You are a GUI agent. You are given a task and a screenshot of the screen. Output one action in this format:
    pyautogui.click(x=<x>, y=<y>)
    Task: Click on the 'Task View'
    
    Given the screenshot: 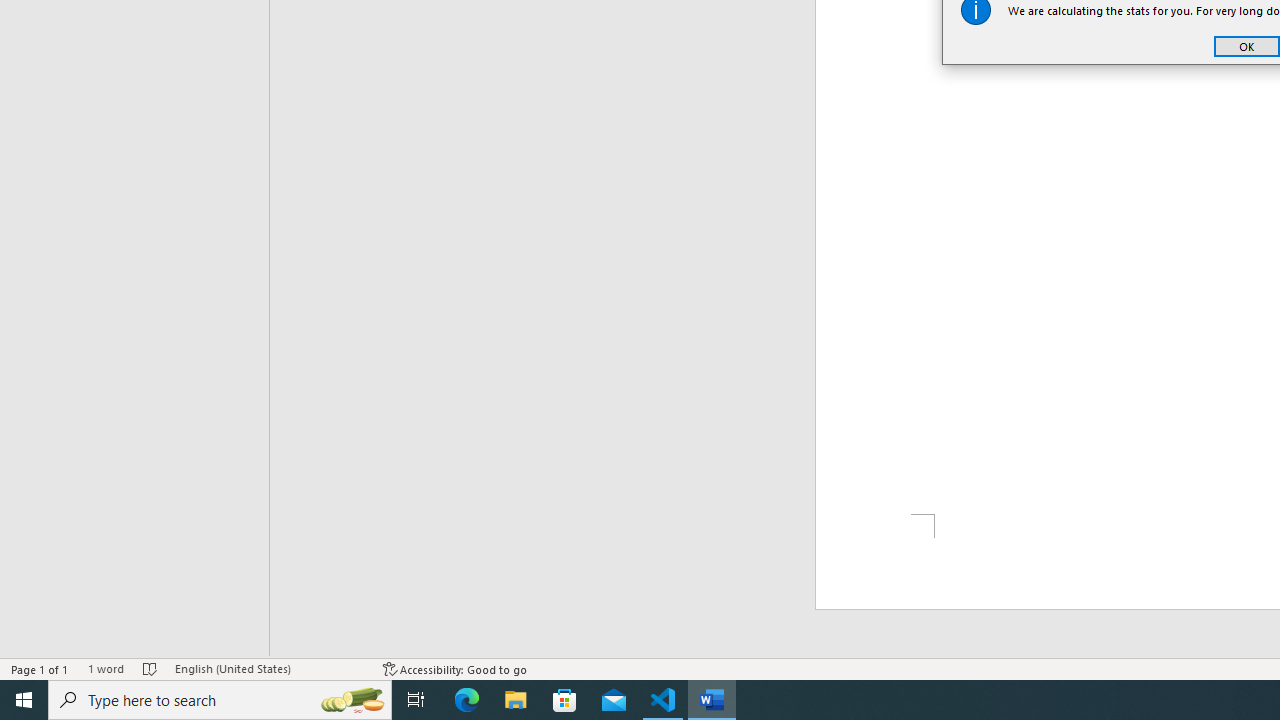 What is the action you would take?
    pyautogui.click(x=415, y=698)
    